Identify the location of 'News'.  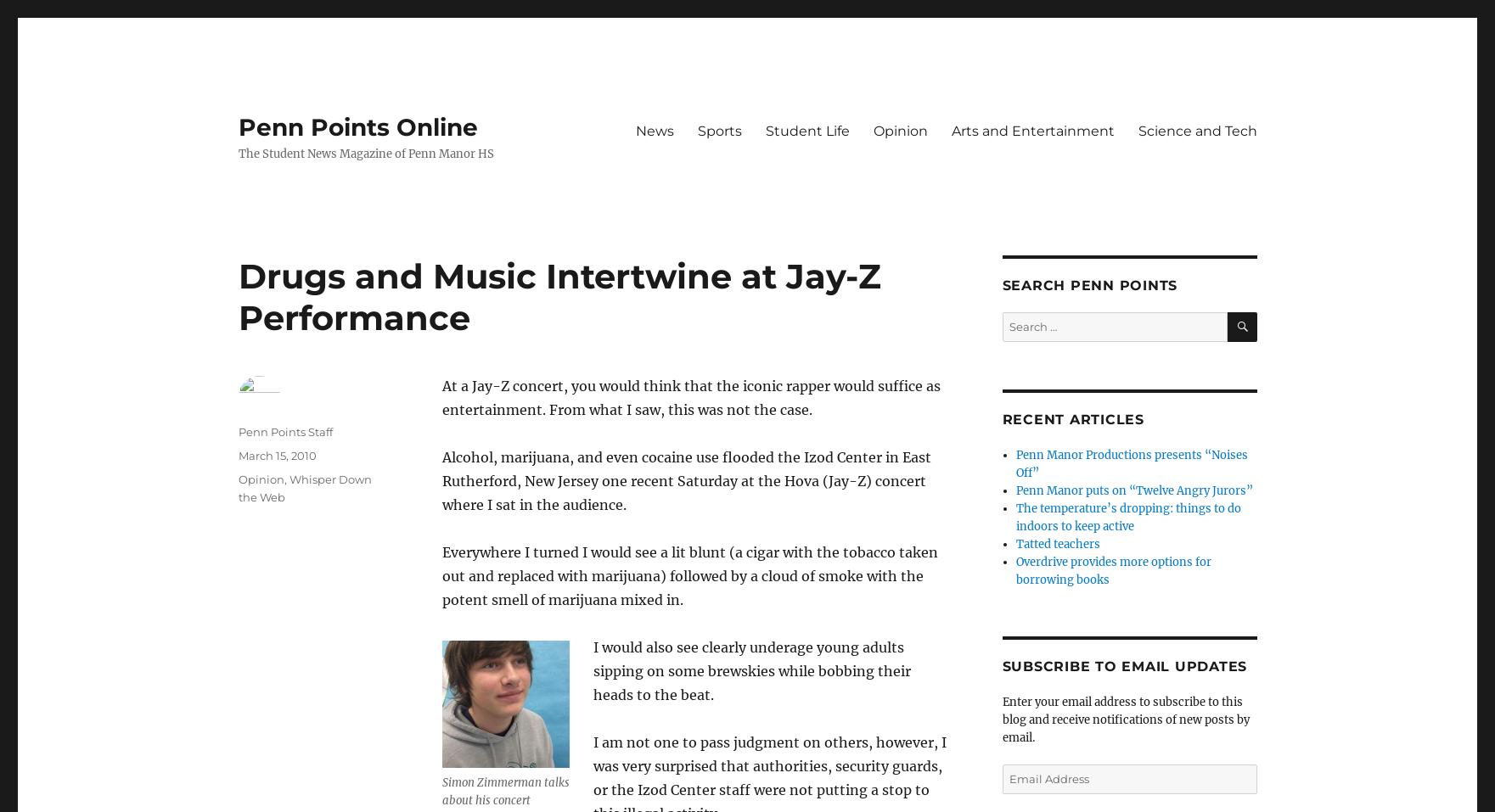
(635, 130).